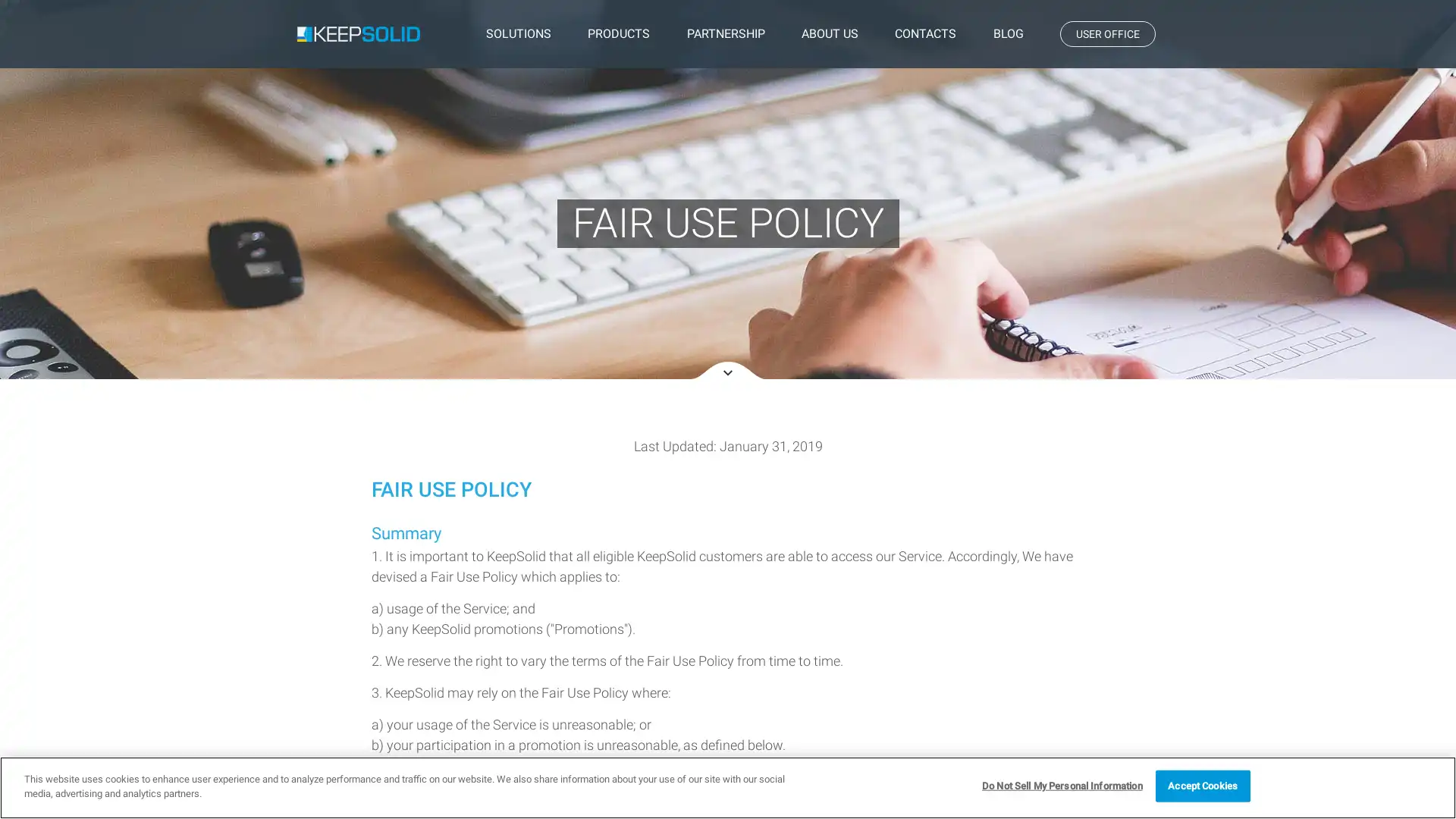 This screenshot has height=819, width=1456. What do you see at coordinates (1201, 785) in the screenshot?
I see `Accept Cookies` at bounding box center [1201, 785].